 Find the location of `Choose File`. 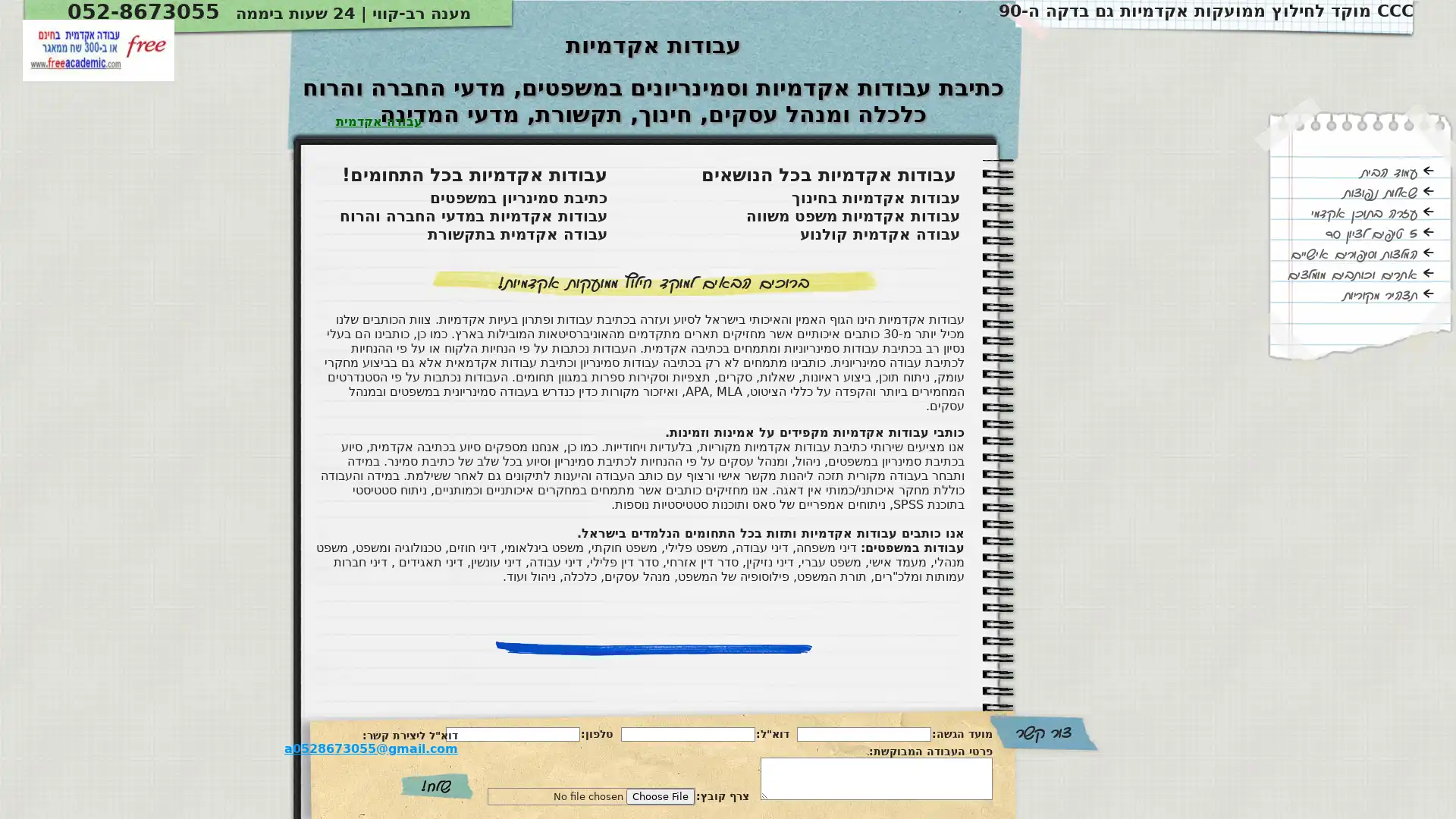

Choose File is located at coordinates (660, 795).